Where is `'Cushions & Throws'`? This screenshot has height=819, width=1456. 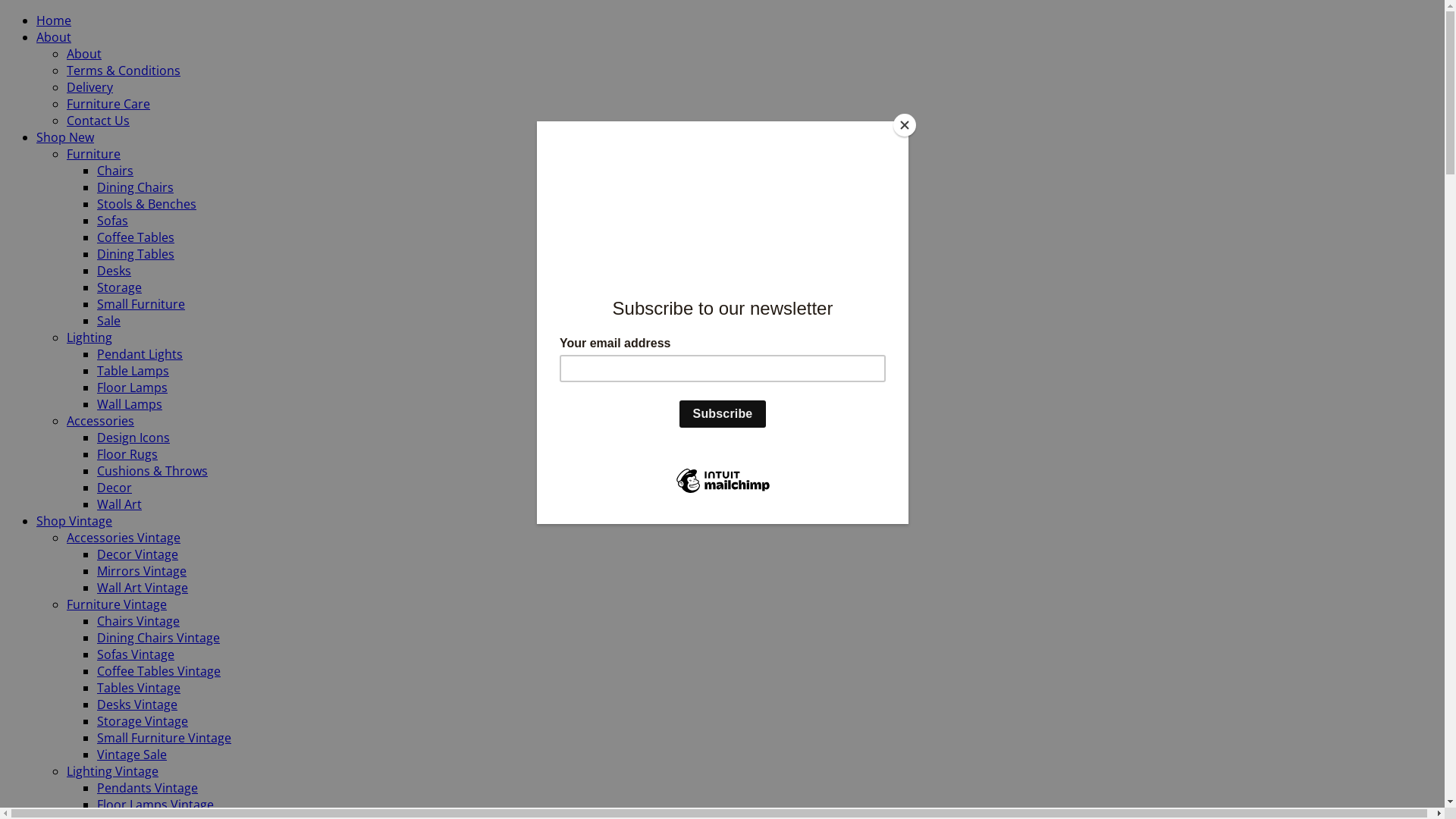
'Cushions & Throws' is located at coordinates (152, 470).